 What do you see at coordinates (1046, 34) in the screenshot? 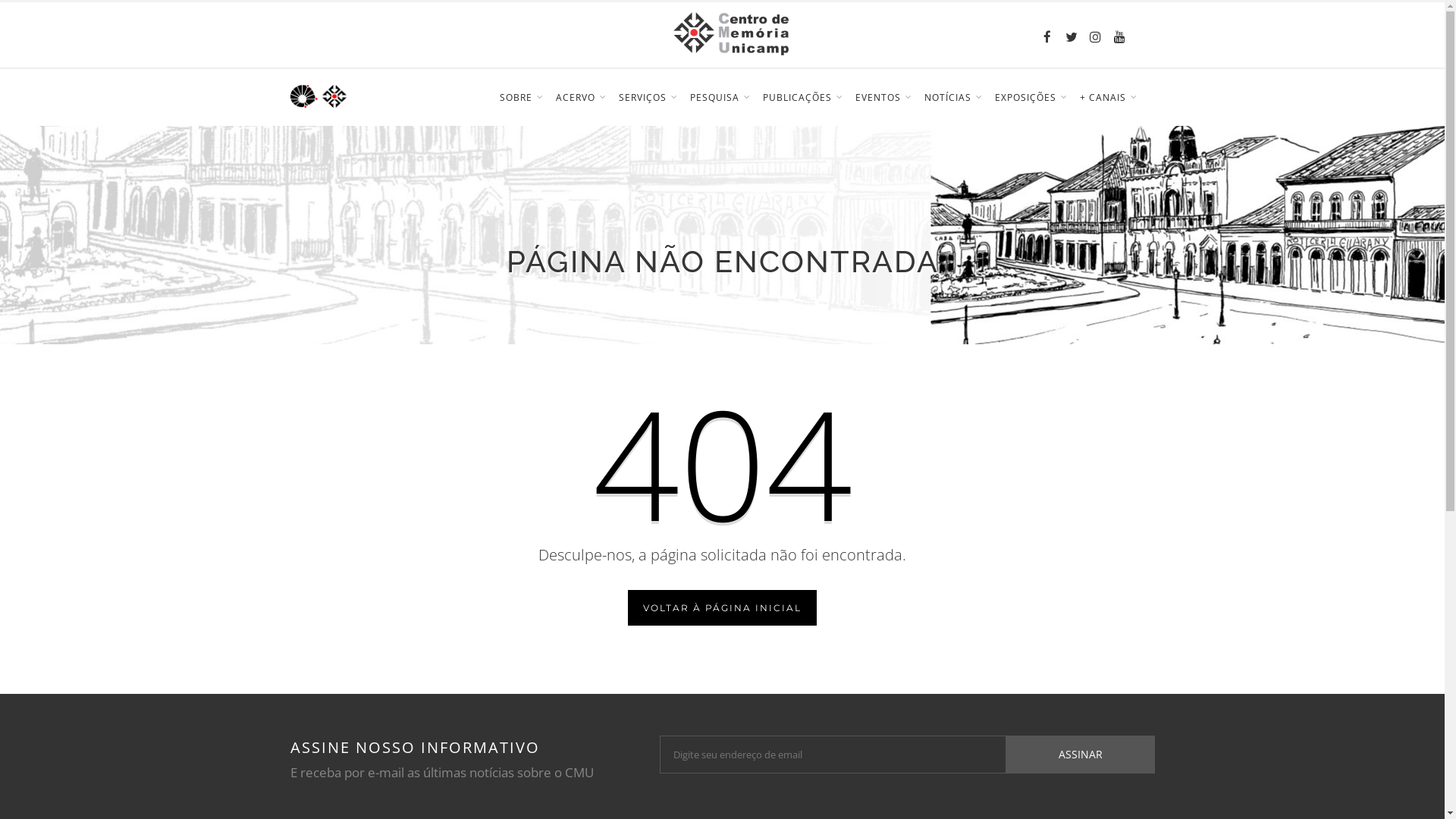
I see `'Facebook'` at bounding box center [1046, 34].